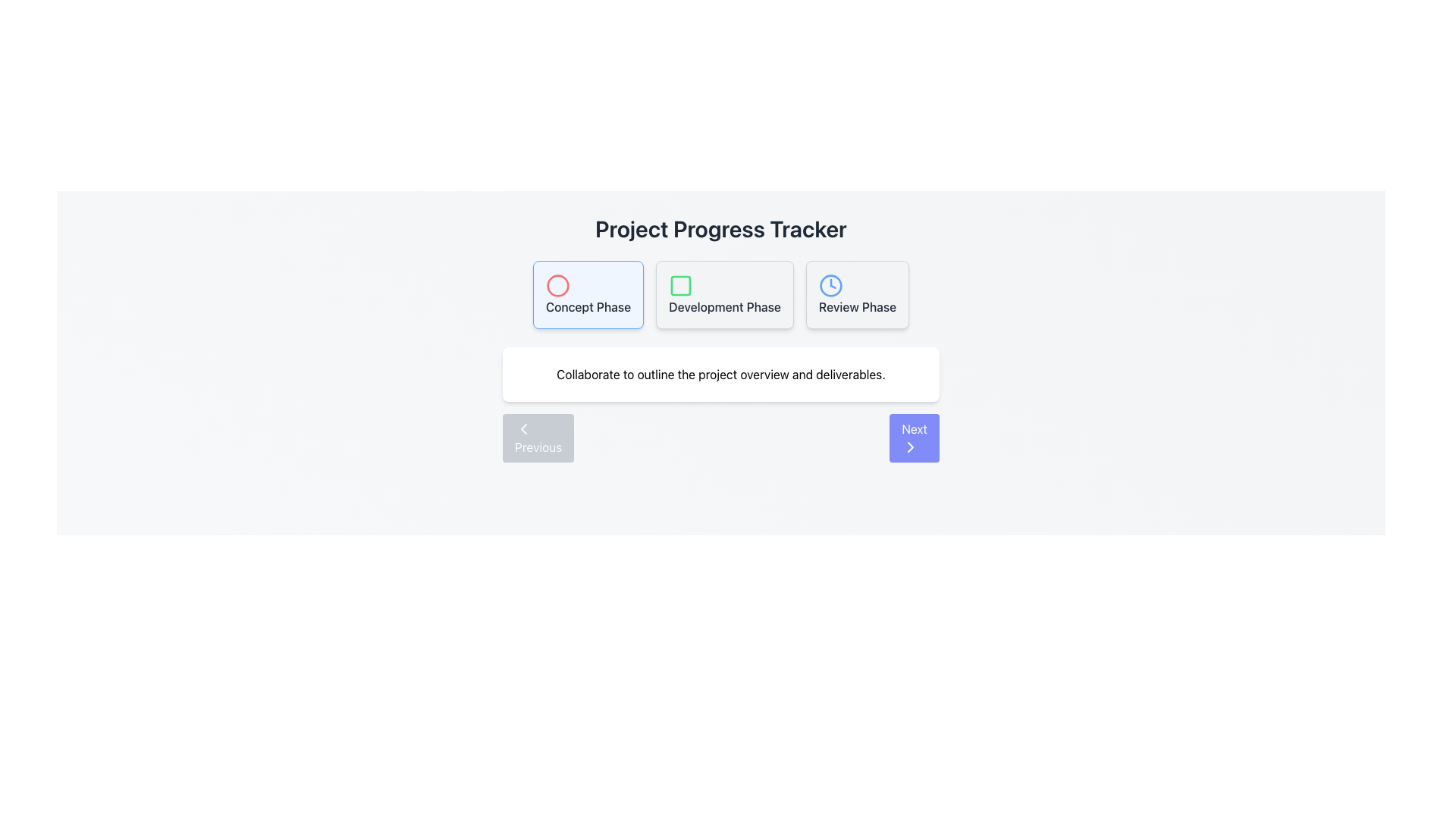  Describe the element at coordinates (830, 286) in the screenshot. I see `the clock icon located within the 'Review Phase' card, which is the rightmost card in the 'Project Progress Tracker' section` at that location.